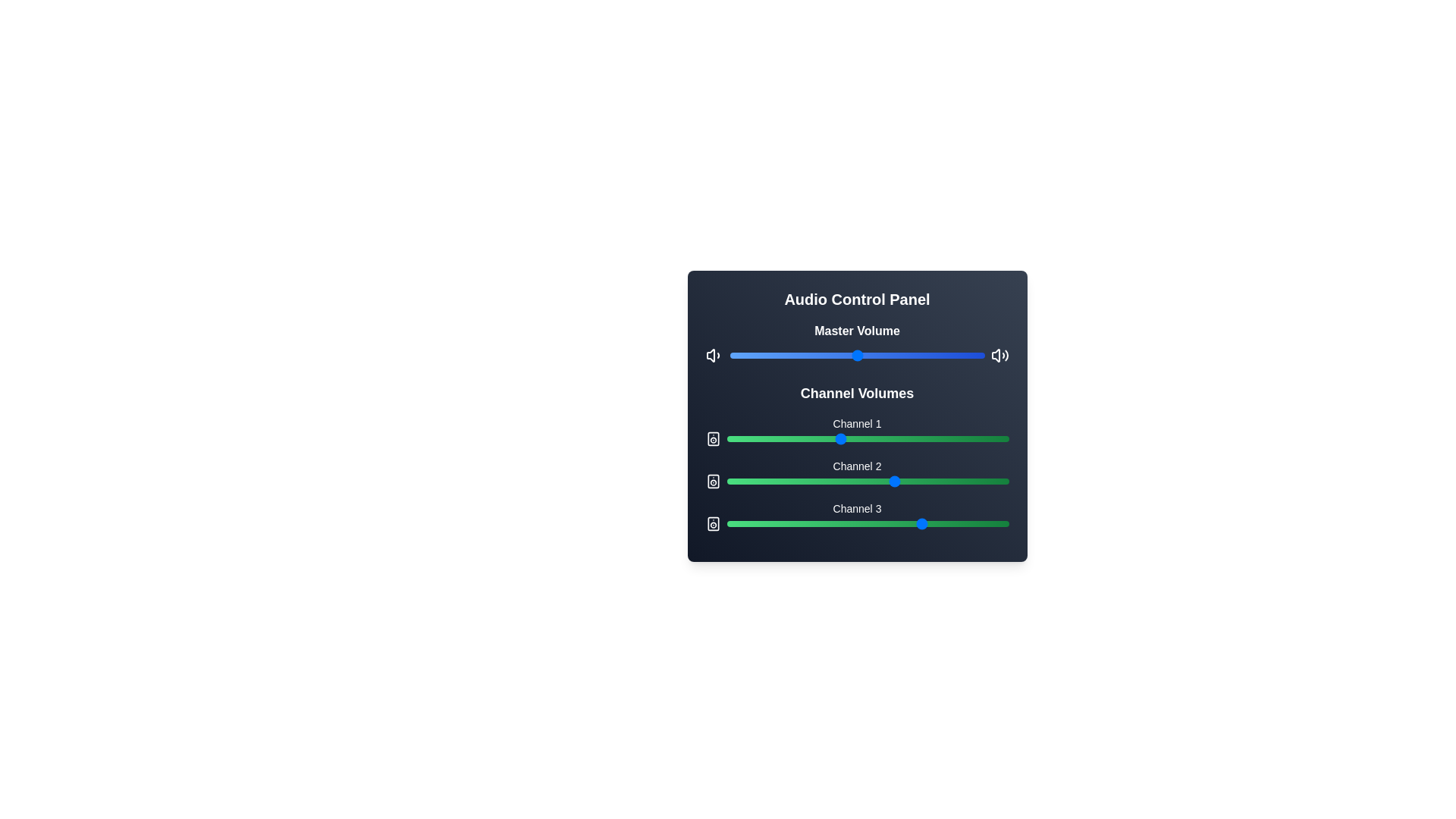 The width and height of the screenshot is (1456, 819). Describe the element at coordinates (780, 438) in the screenshot. I see `the slider value` at that location.